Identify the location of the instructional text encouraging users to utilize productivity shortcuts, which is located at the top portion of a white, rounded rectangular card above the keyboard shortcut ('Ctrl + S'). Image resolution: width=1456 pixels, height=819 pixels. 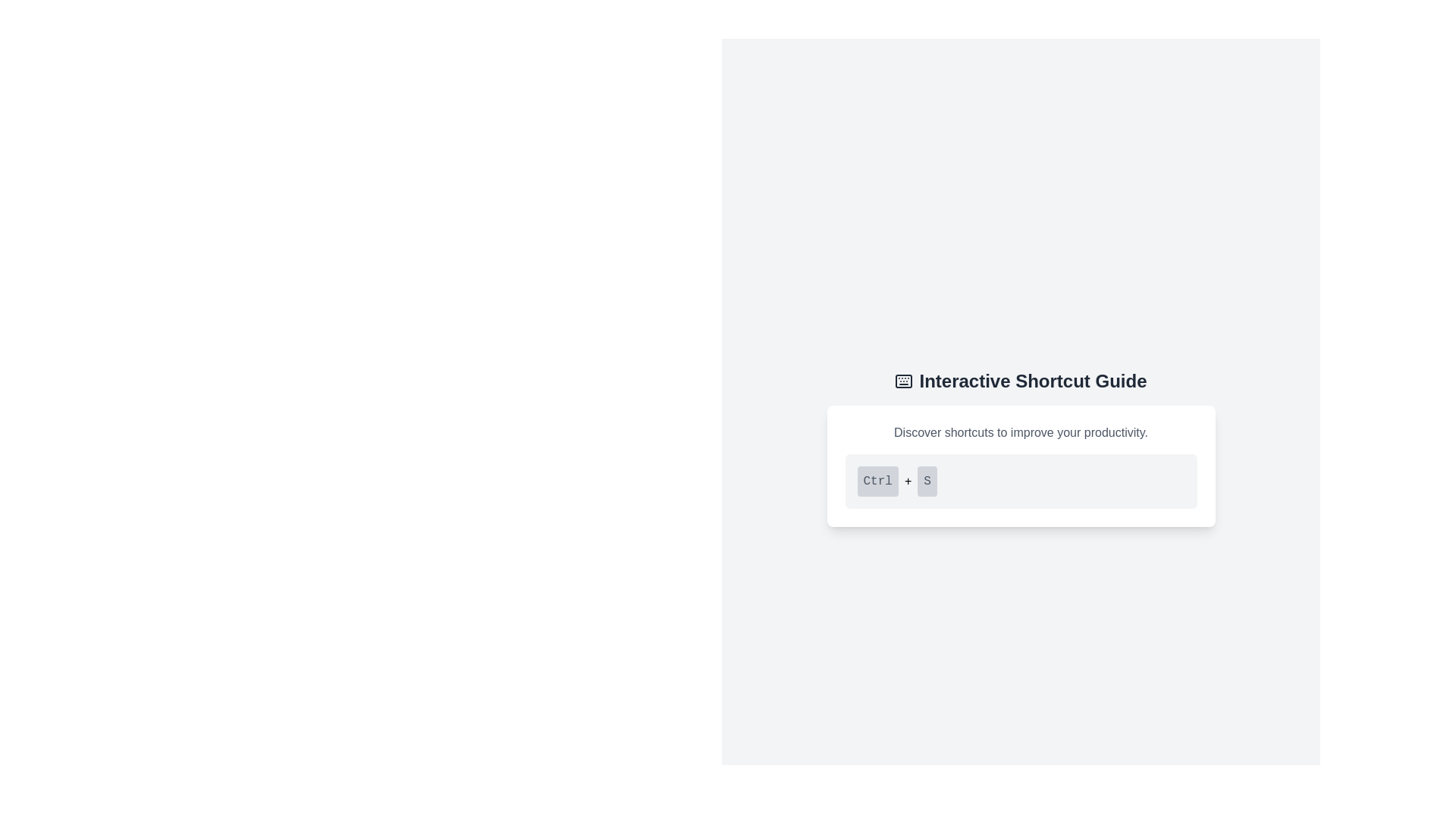
(1021, 432).